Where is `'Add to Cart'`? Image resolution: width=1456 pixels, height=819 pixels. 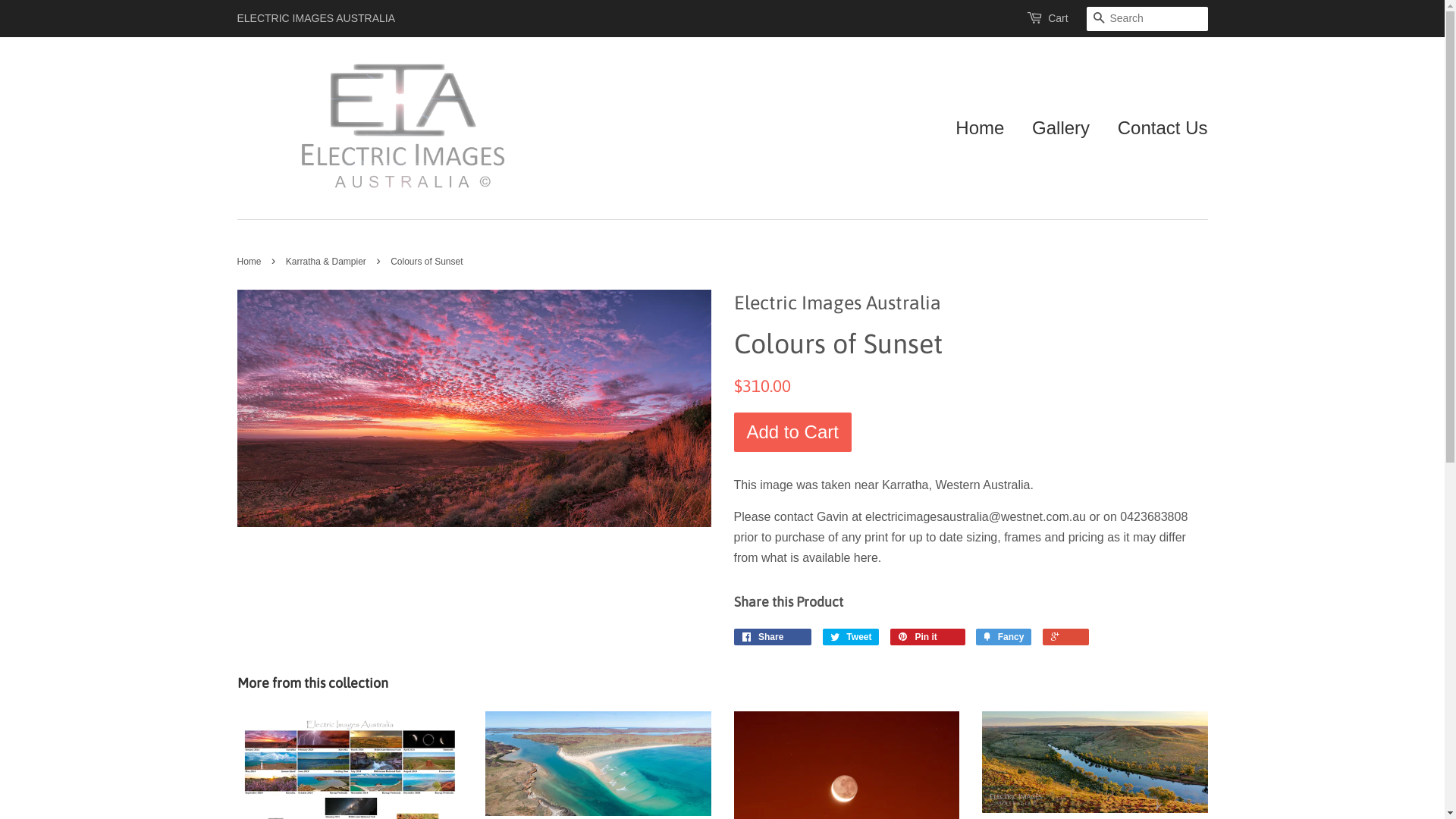
'Add to Cart' is located at coordinates (792, 432).